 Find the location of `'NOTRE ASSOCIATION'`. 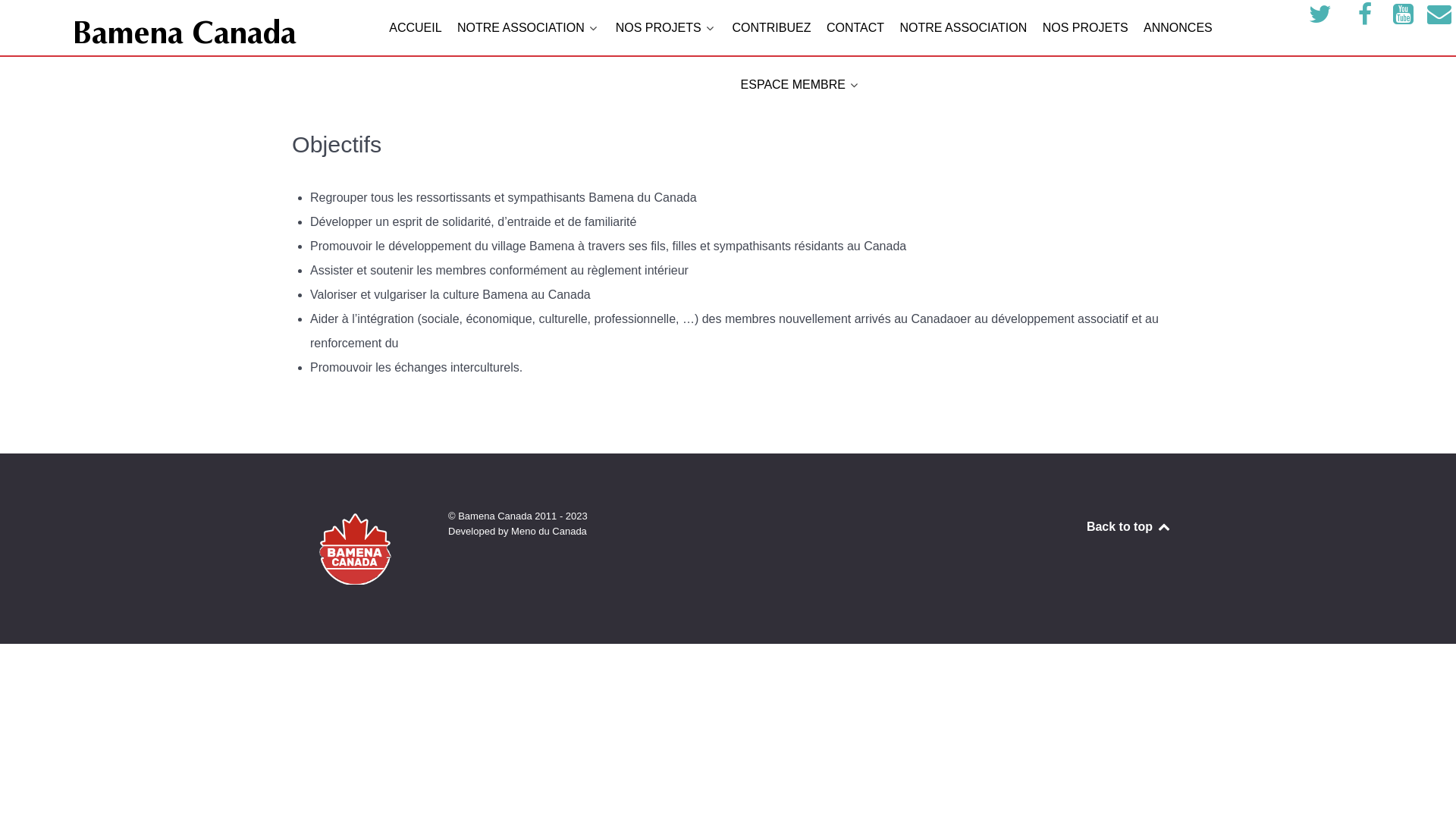

'NOTRE ASSOCIATION' is located at coordinates (528, 29).